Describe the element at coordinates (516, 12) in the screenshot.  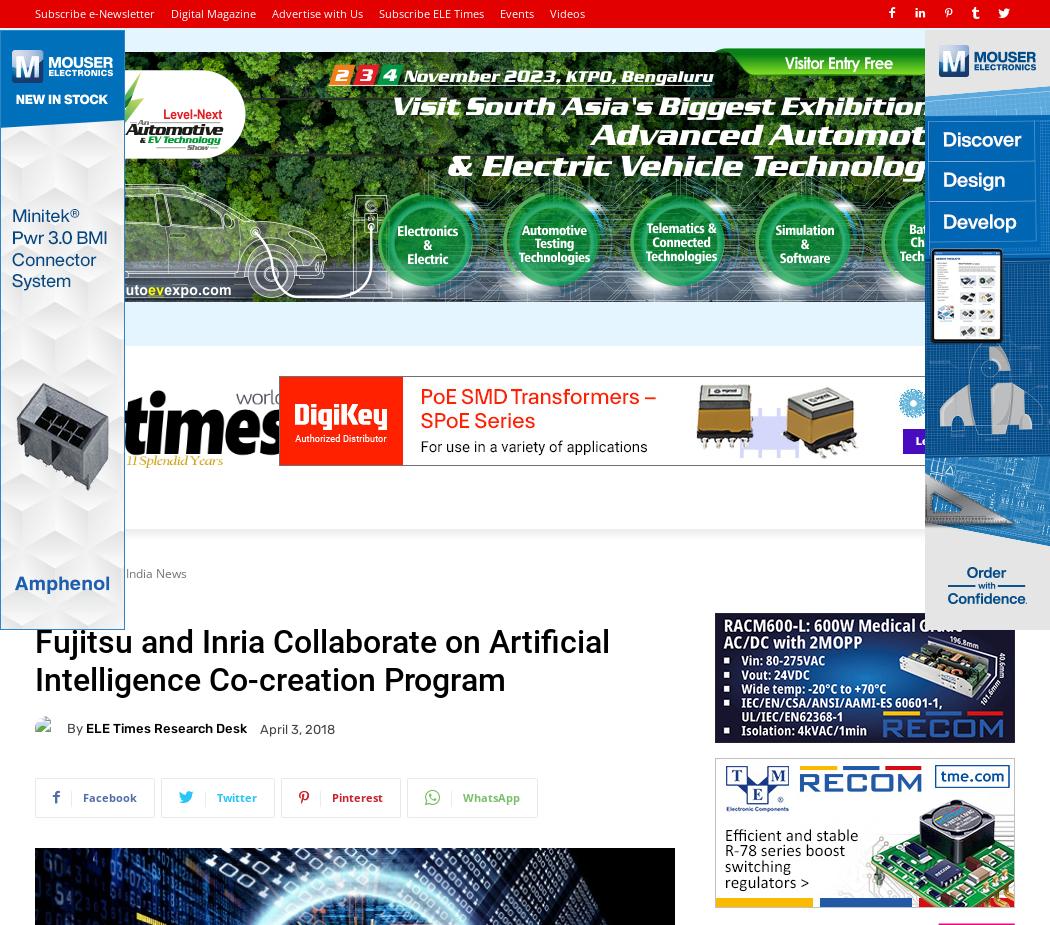
I see `'Events'` at that location.